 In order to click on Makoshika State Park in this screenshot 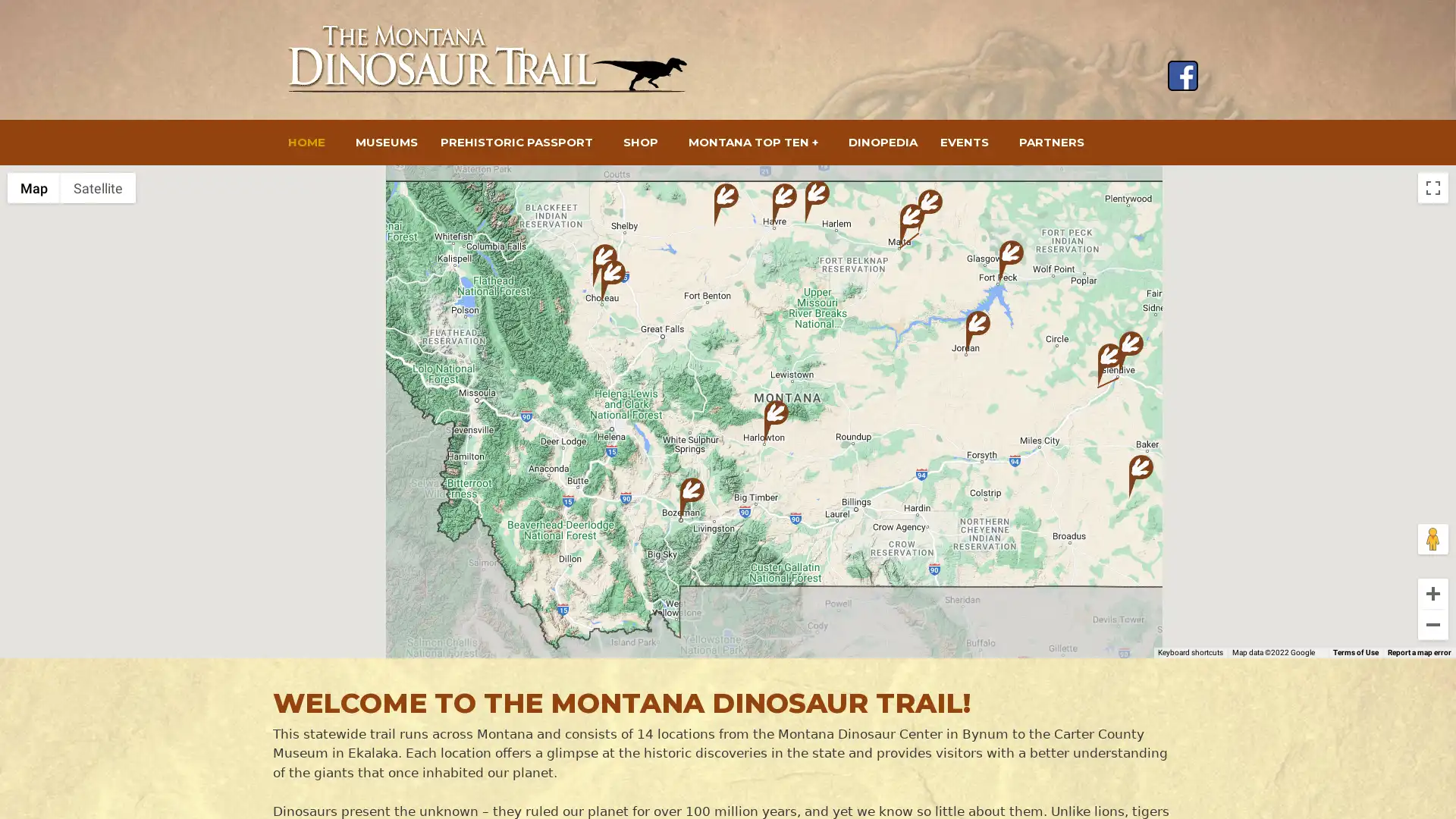, I will do `click(1110, 365)`.